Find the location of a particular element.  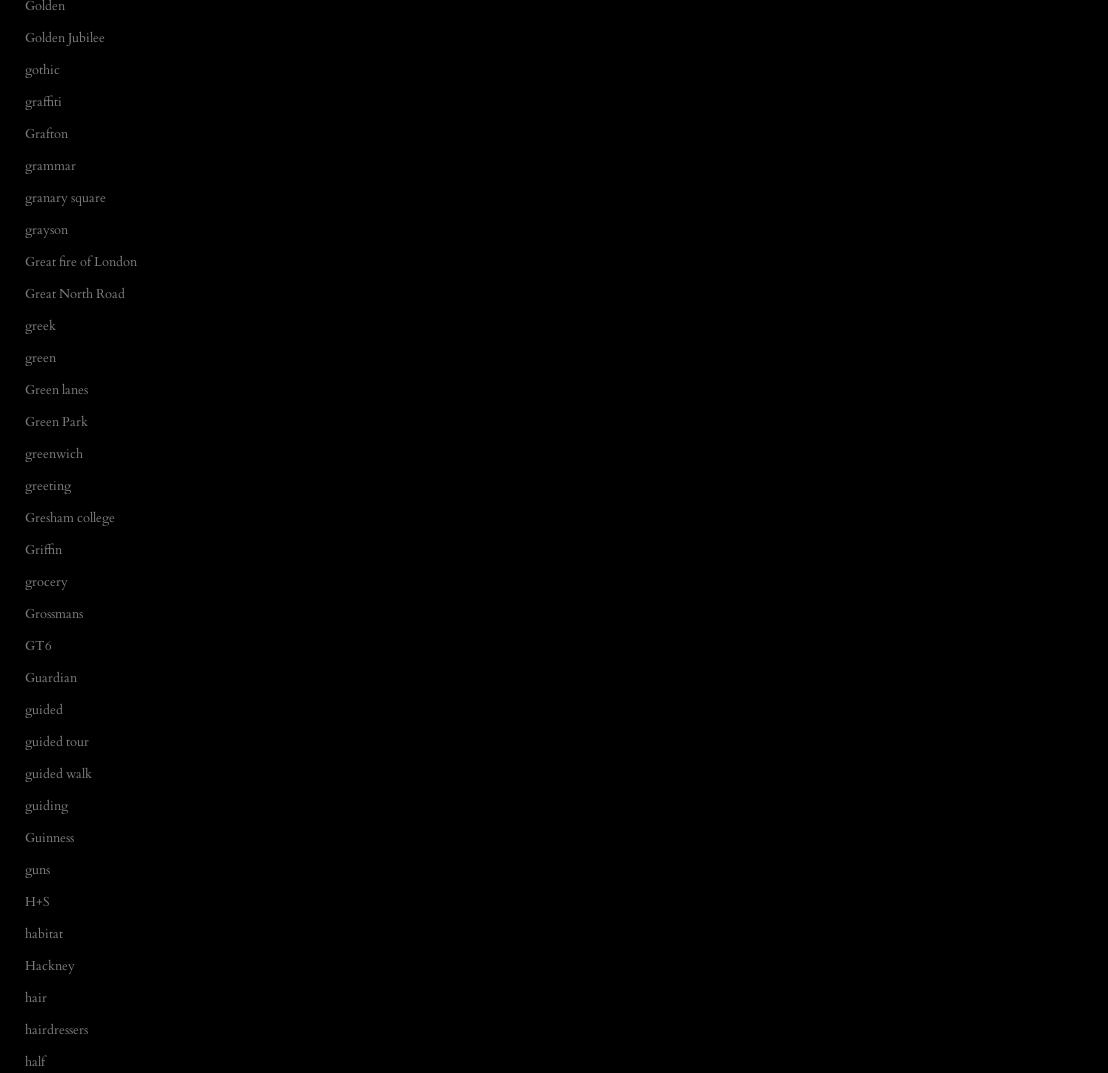

'Great North Road' is located at coordinates (25, 292).